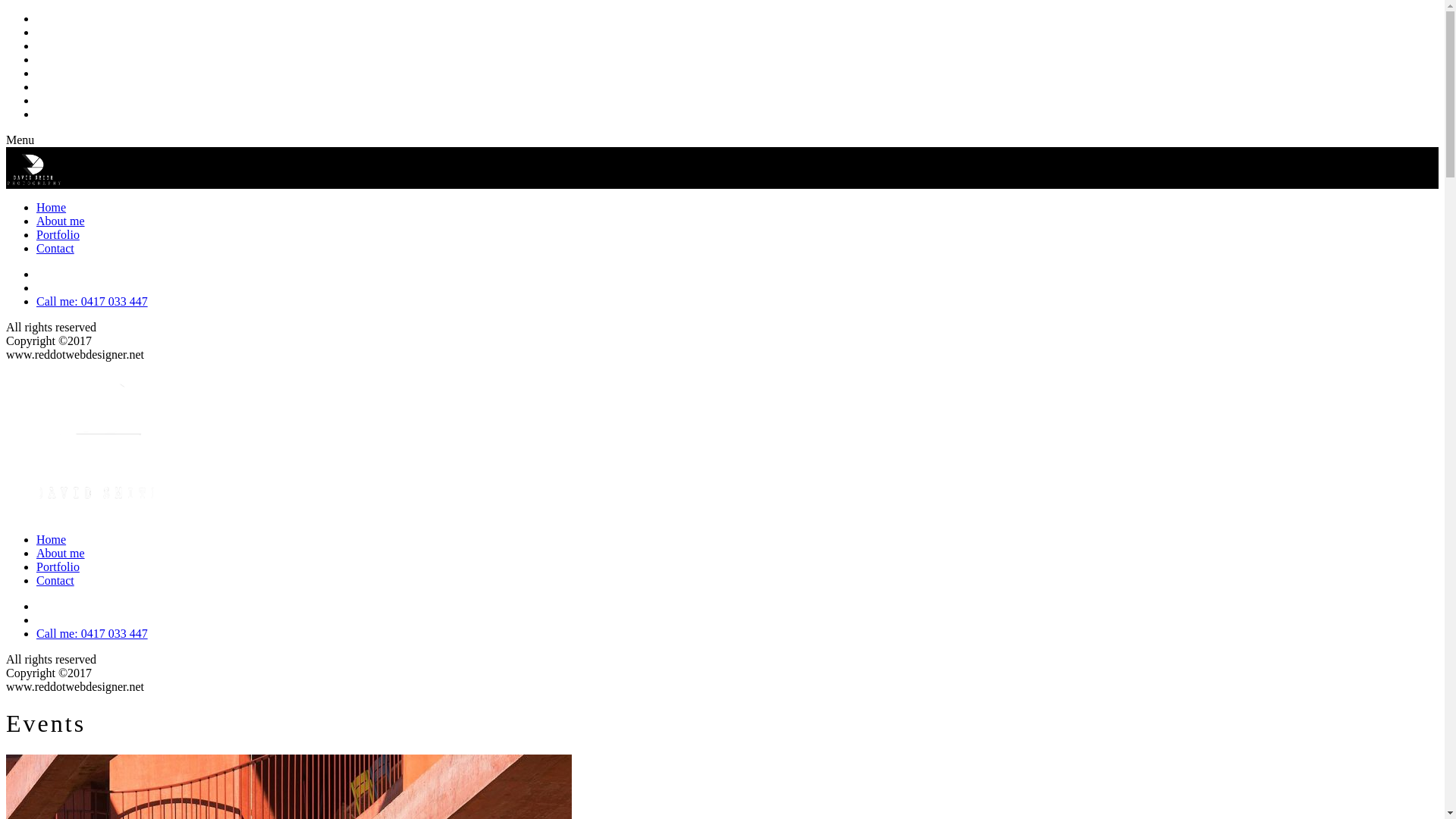 This screenshot has width=1456, height=819. Describe the element at coordinates (36, 301) in the screenshot. I see `'Call me: 0417 033 447'` at that location.